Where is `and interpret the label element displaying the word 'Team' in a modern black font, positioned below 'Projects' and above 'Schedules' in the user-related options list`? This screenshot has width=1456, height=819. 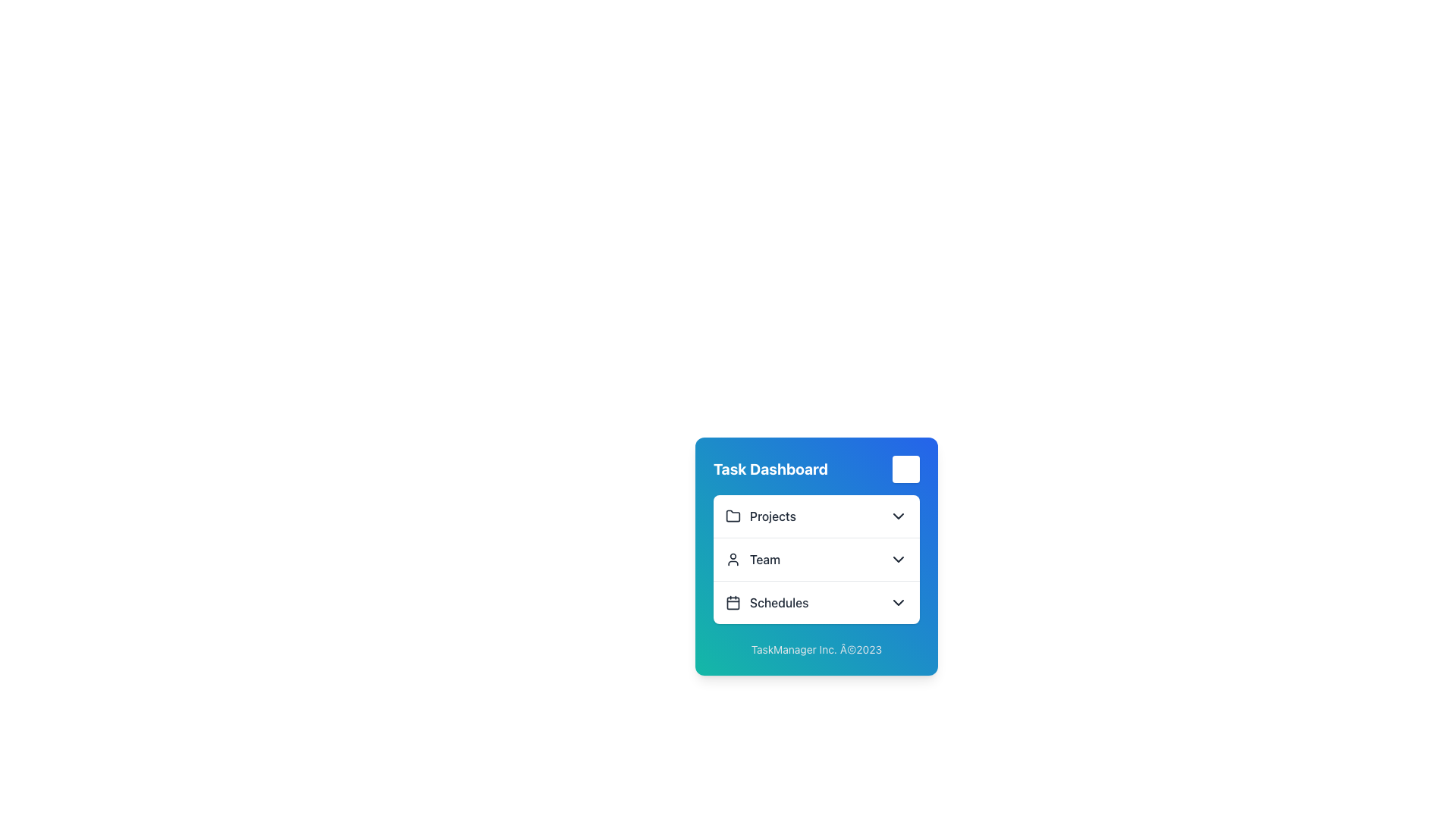 and interpret the label element displaying the word 'Team' in a modern black font, positioned below 'Projects' and above 'Schedules' in the user-related options list is located at coordinates (764, 559).